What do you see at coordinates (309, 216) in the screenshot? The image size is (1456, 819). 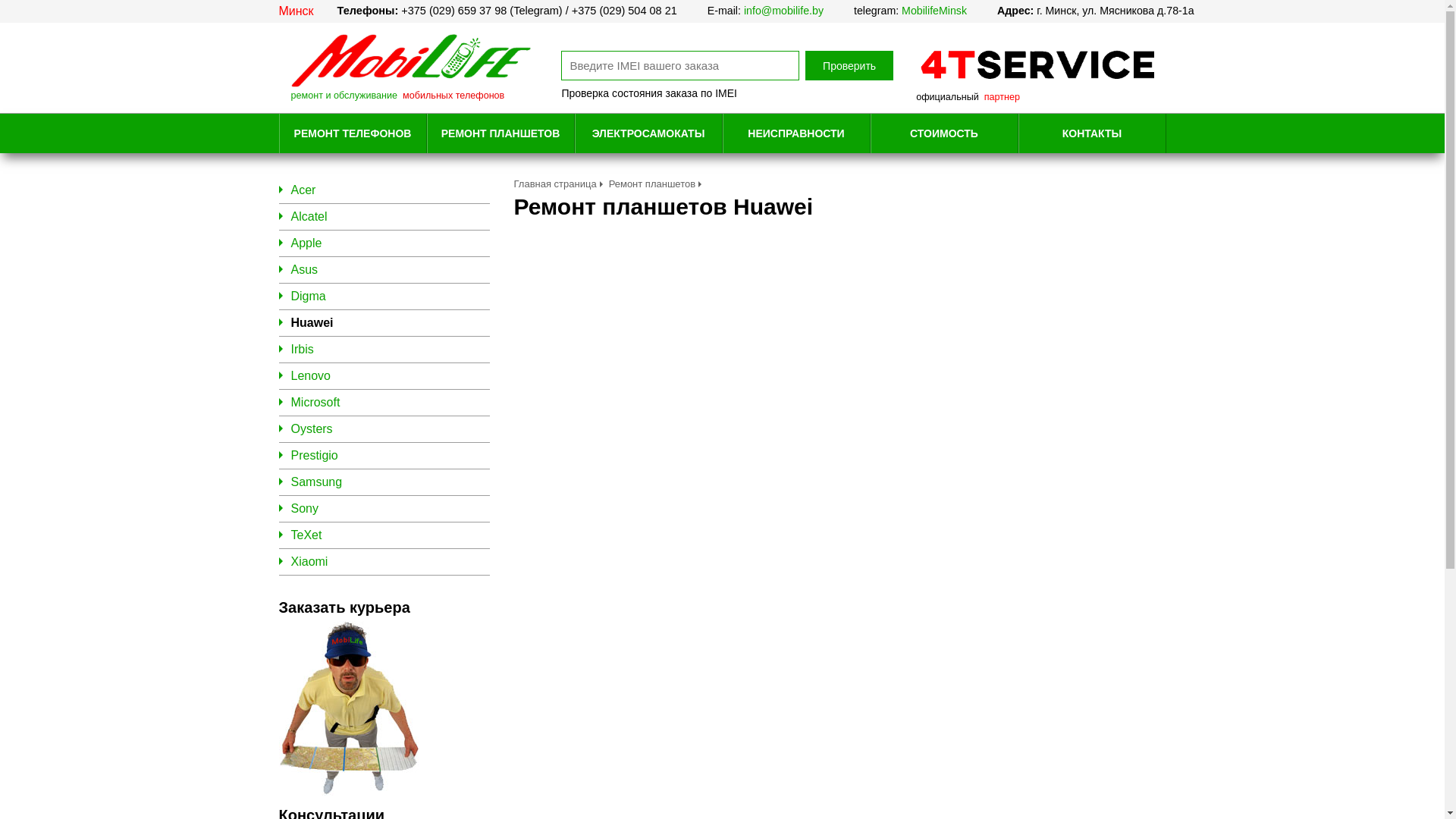 I see `'Alcatel'` at bounding box center [309, 216].